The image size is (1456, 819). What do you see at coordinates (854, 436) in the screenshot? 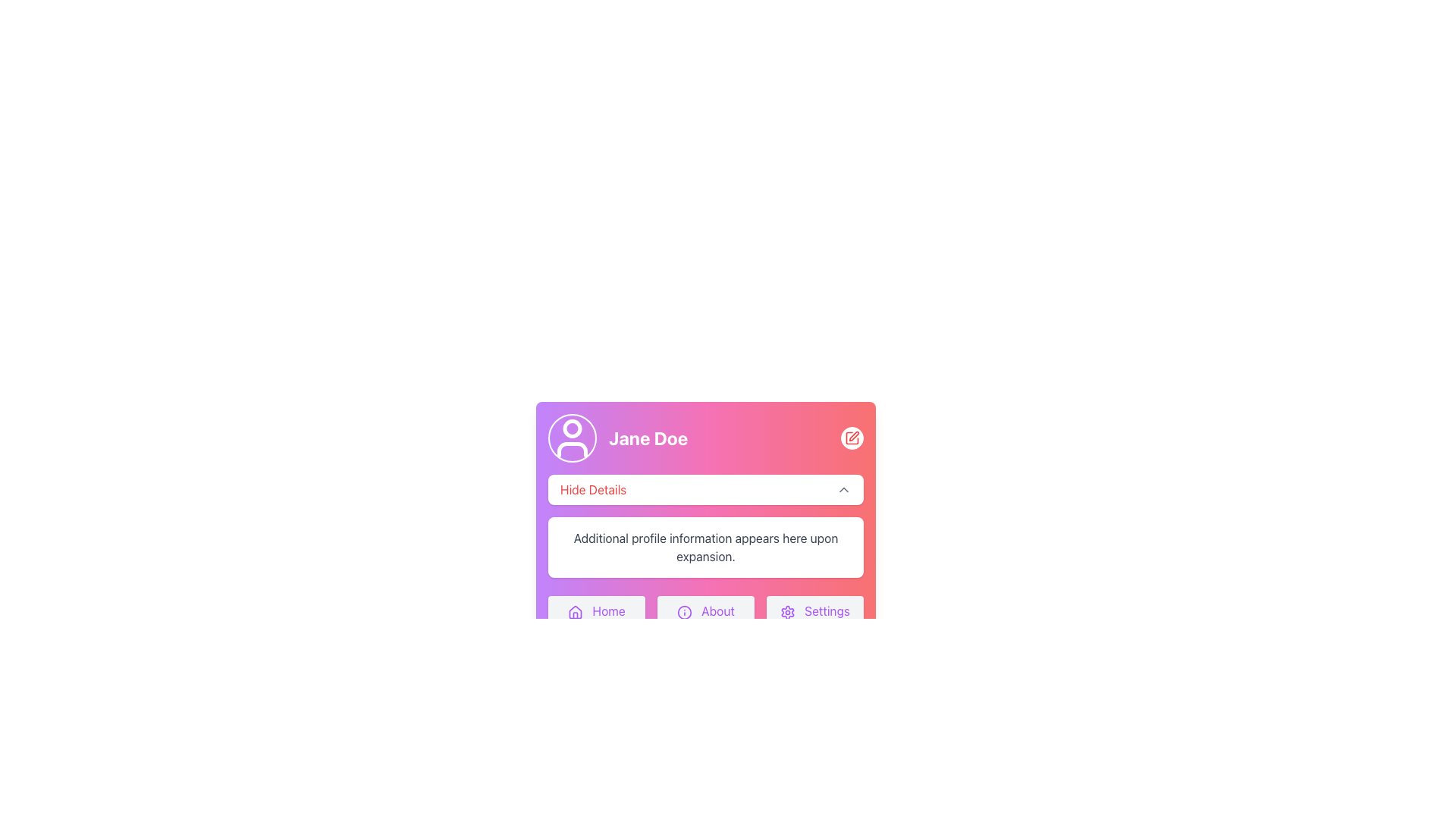
I see `the distinctive red icon resembling a pen or pencil located at the top-right corner of the 'Jane Doe' profile card` at bounding box center [854, 436].